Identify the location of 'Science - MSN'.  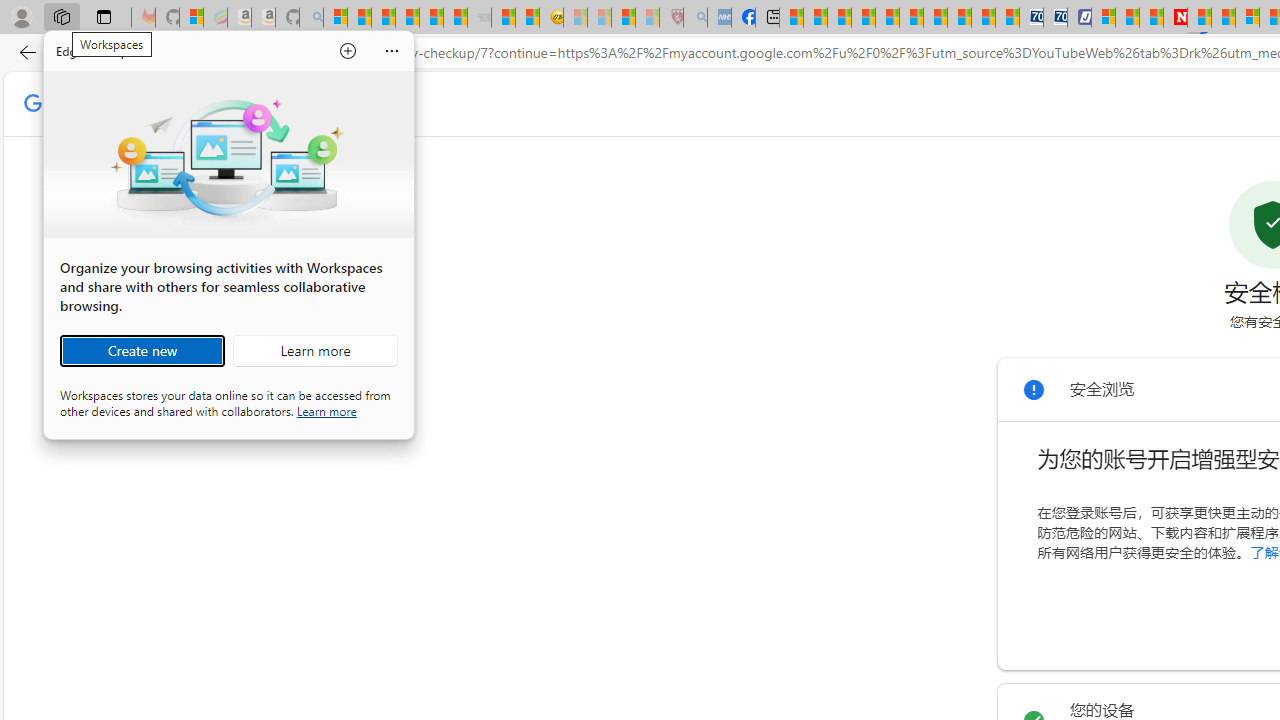
(622, 17).